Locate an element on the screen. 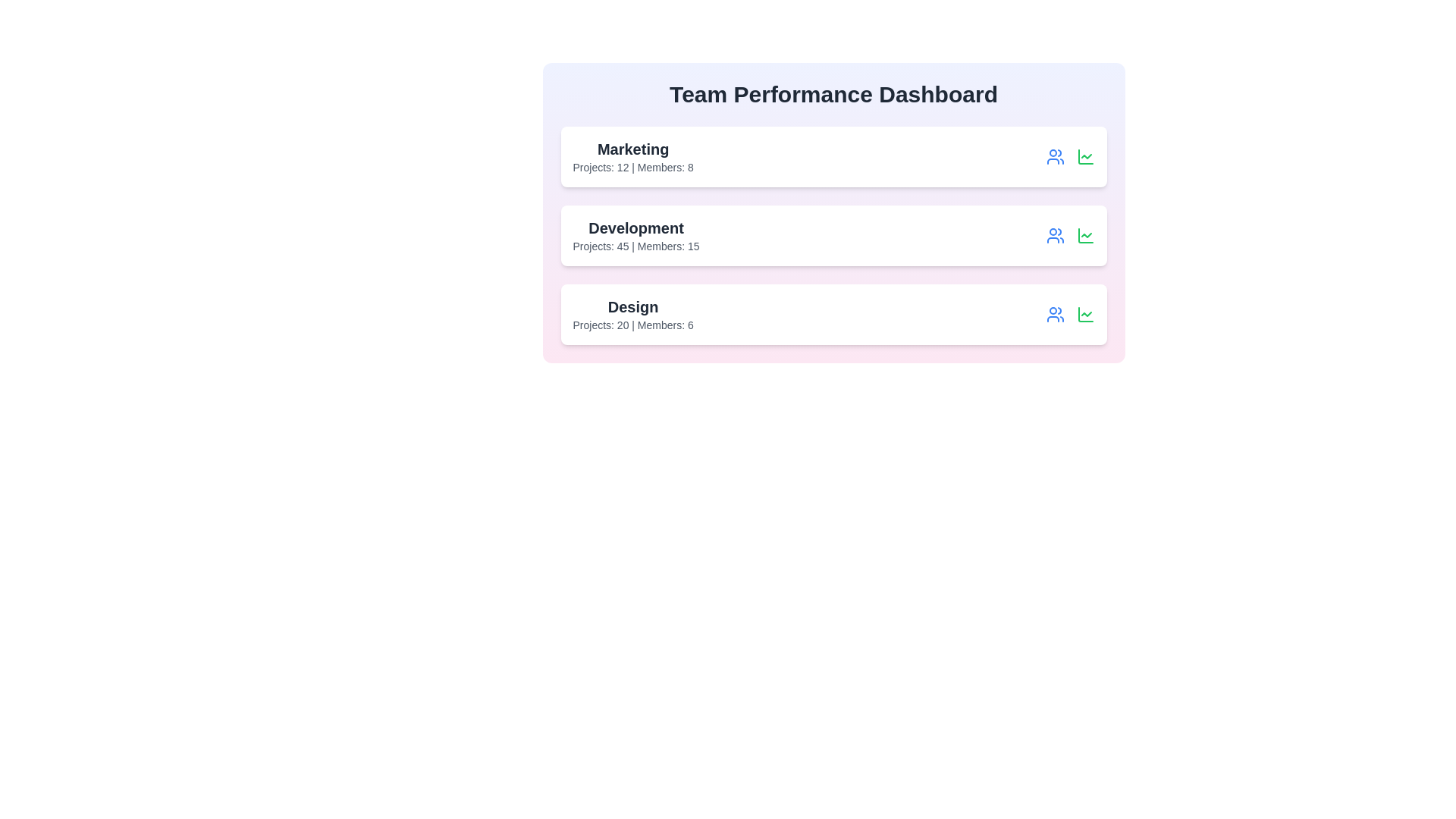  the user icon for the Development team is located at coordinates (1054, 236).